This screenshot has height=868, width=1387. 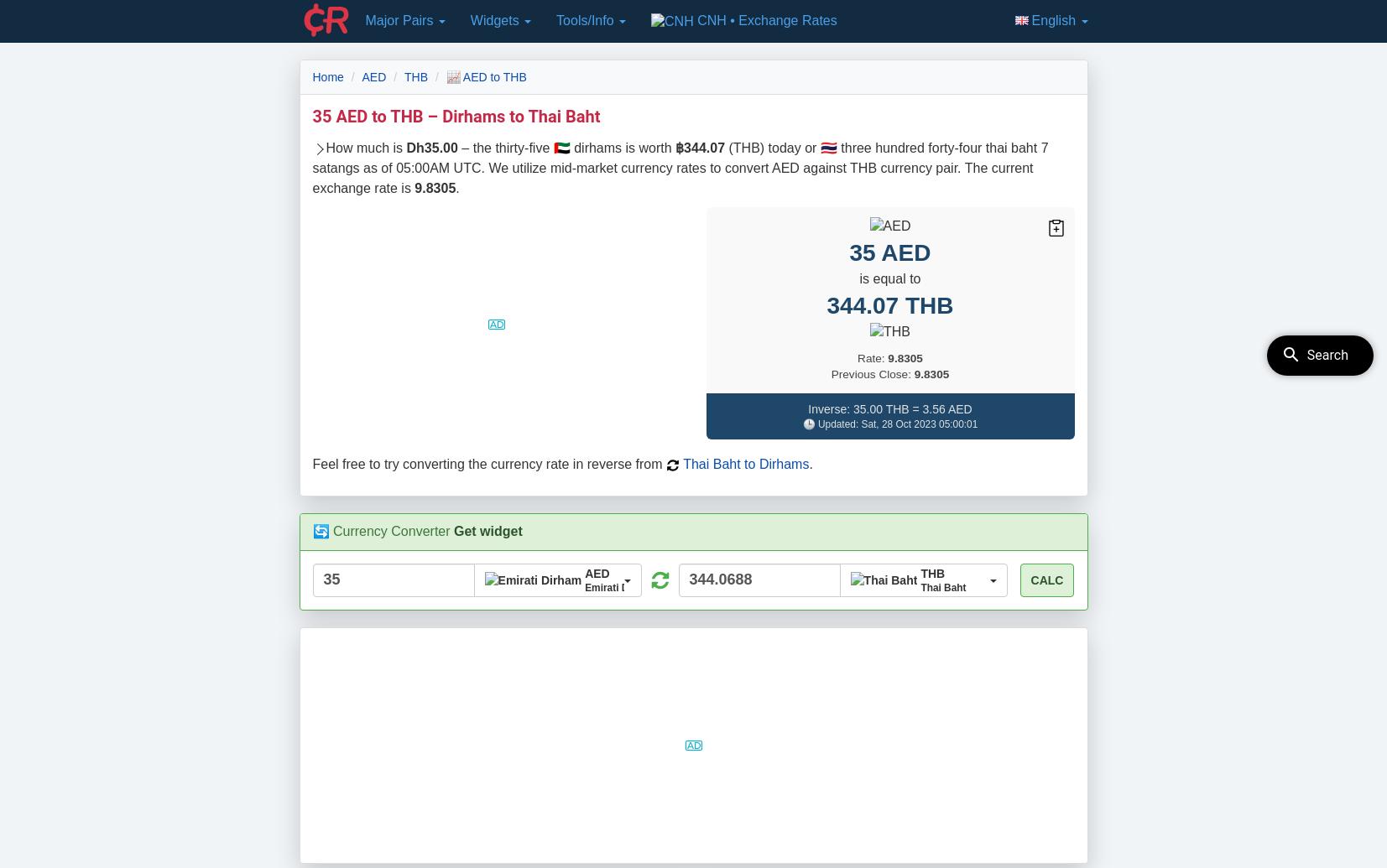 I want to click on '35 AED to THB – Dirhams to Thai Baht', so click(x=455, y=115).